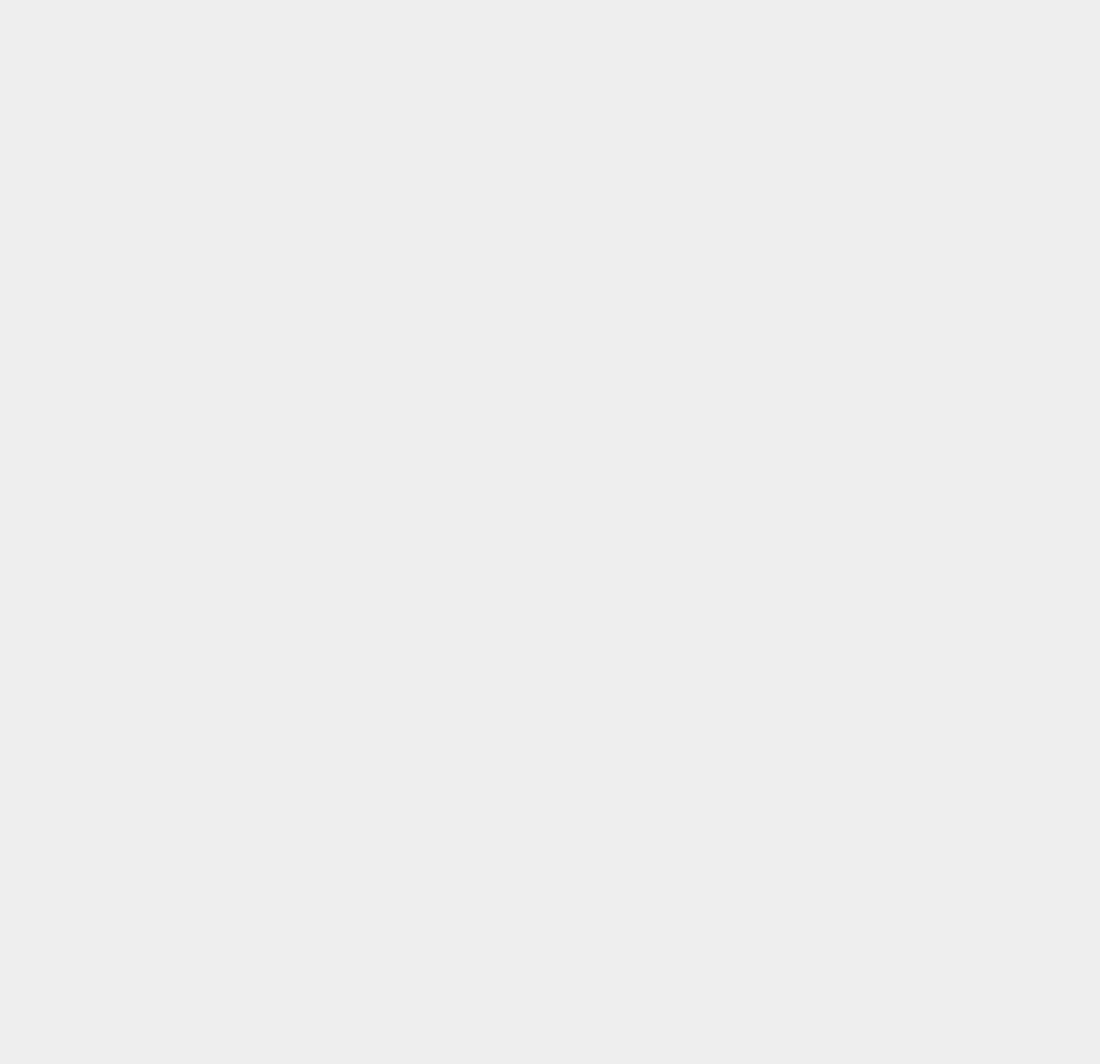  What do you see at coordinates (778, 775) in the screenshot?
I see `'NFC'` at bounding box center [778, 775].